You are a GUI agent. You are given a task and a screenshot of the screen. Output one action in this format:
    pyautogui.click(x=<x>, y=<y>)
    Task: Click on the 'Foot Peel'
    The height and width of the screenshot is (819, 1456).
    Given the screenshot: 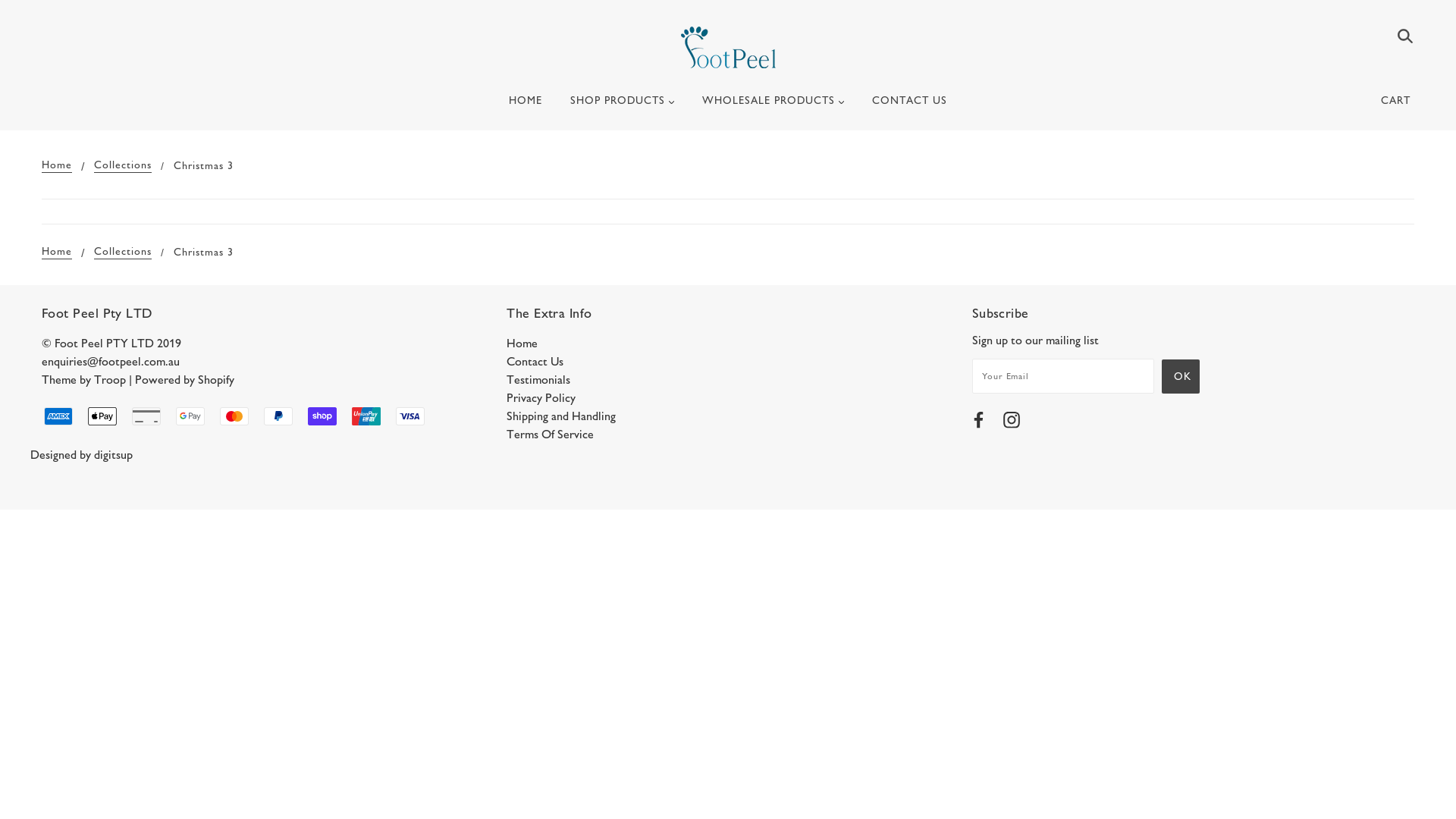 What is the action you would take?
    pyautogui.click(x=679, y=46)
    